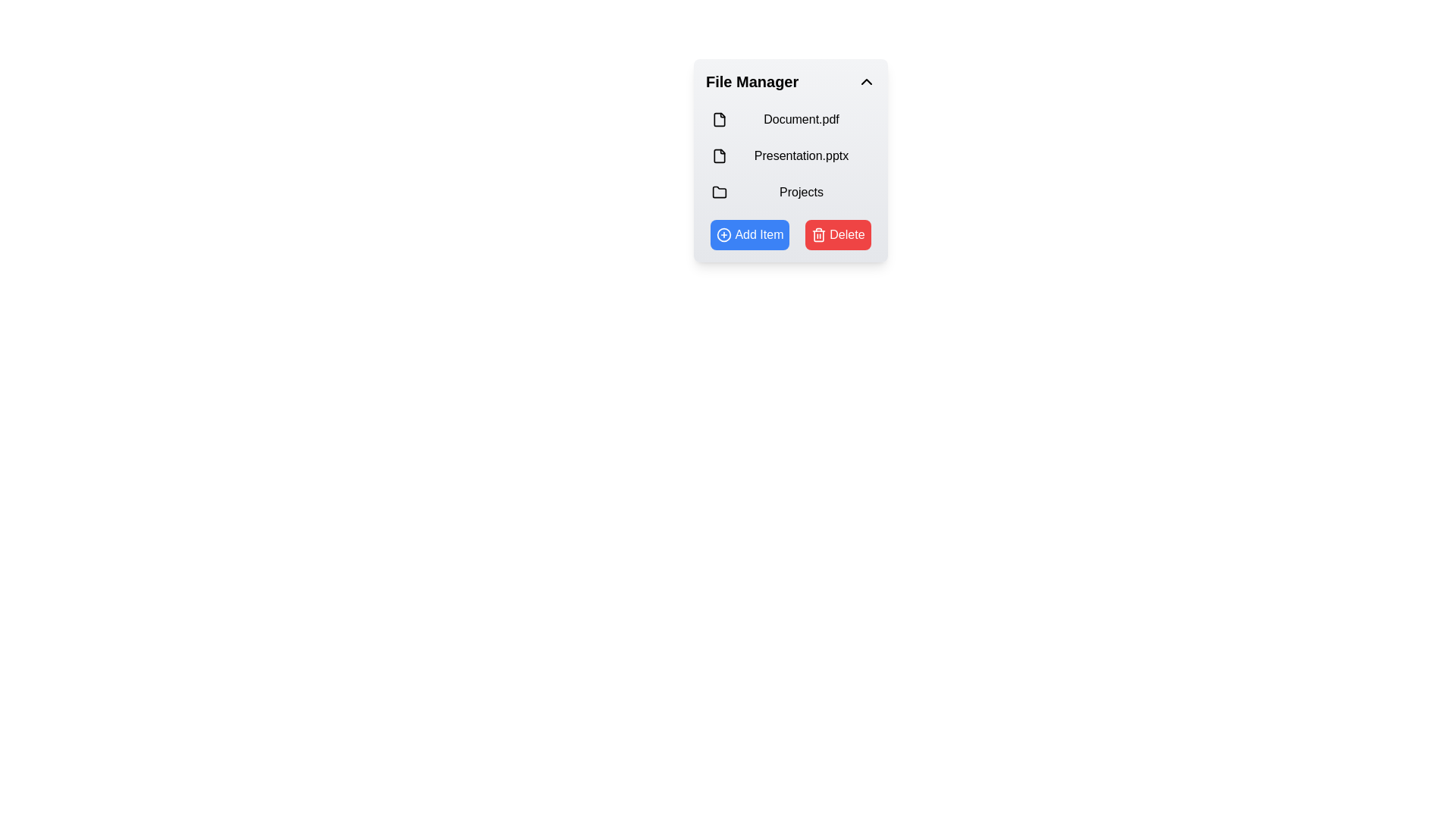 Image resolution: width=1456 pixels, height=819 pixels. What do you see at coordinates (800, 155) in the screenshot?
I see `the label for the file 'Presentation.pptx' in the file manager` at bounding box center [800, 155].